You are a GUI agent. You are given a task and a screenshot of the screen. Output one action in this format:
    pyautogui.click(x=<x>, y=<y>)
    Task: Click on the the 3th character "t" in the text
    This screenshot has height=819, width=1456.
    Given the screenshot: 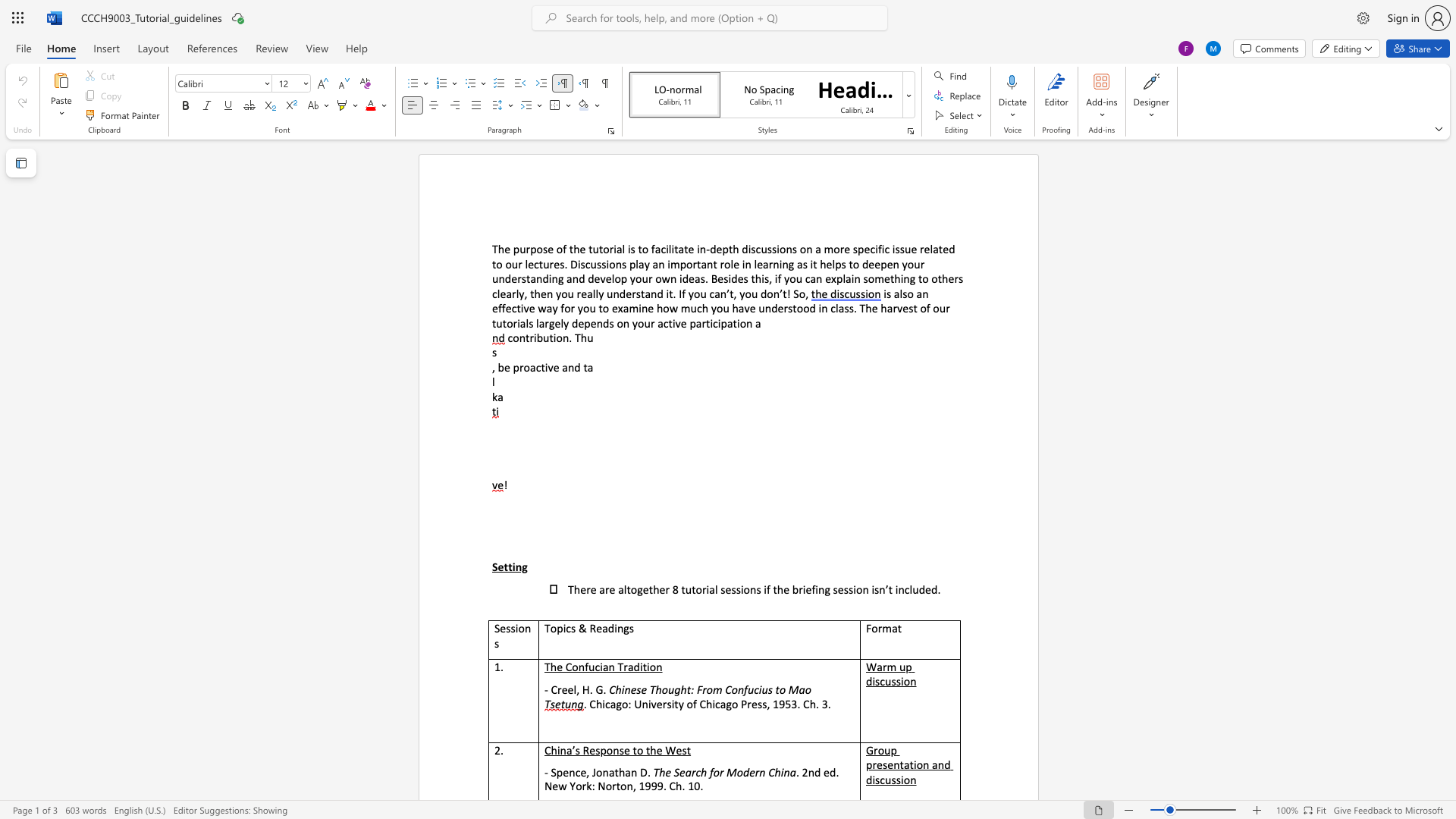 What is the action you would take?
    pyautogui.click(x=528, y=278)
    